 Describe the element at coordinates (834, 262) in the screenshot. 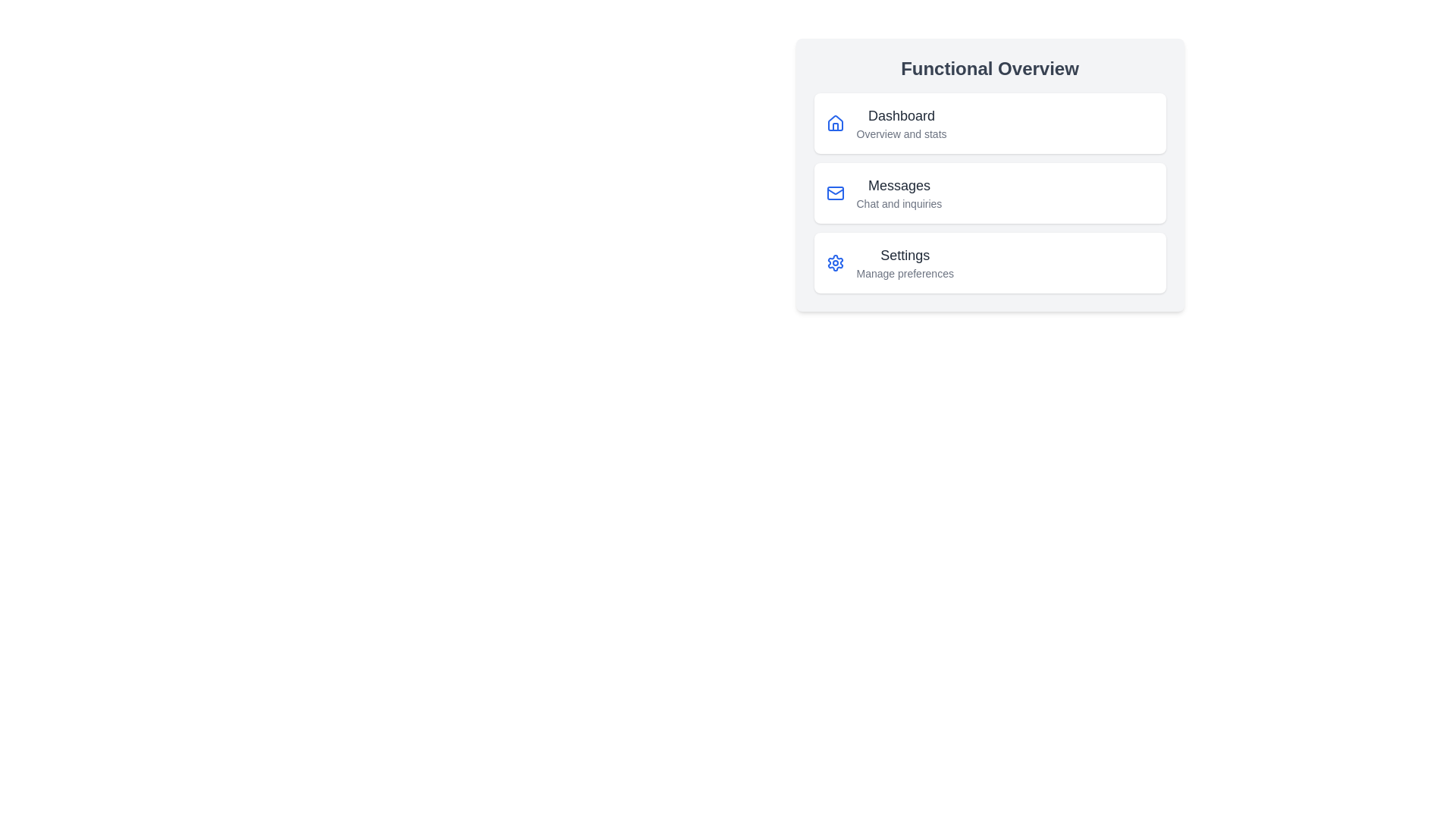

I see `the settings icon located within the 'Settings' card, positioned to the left of the main text 'Settings'` at that location.